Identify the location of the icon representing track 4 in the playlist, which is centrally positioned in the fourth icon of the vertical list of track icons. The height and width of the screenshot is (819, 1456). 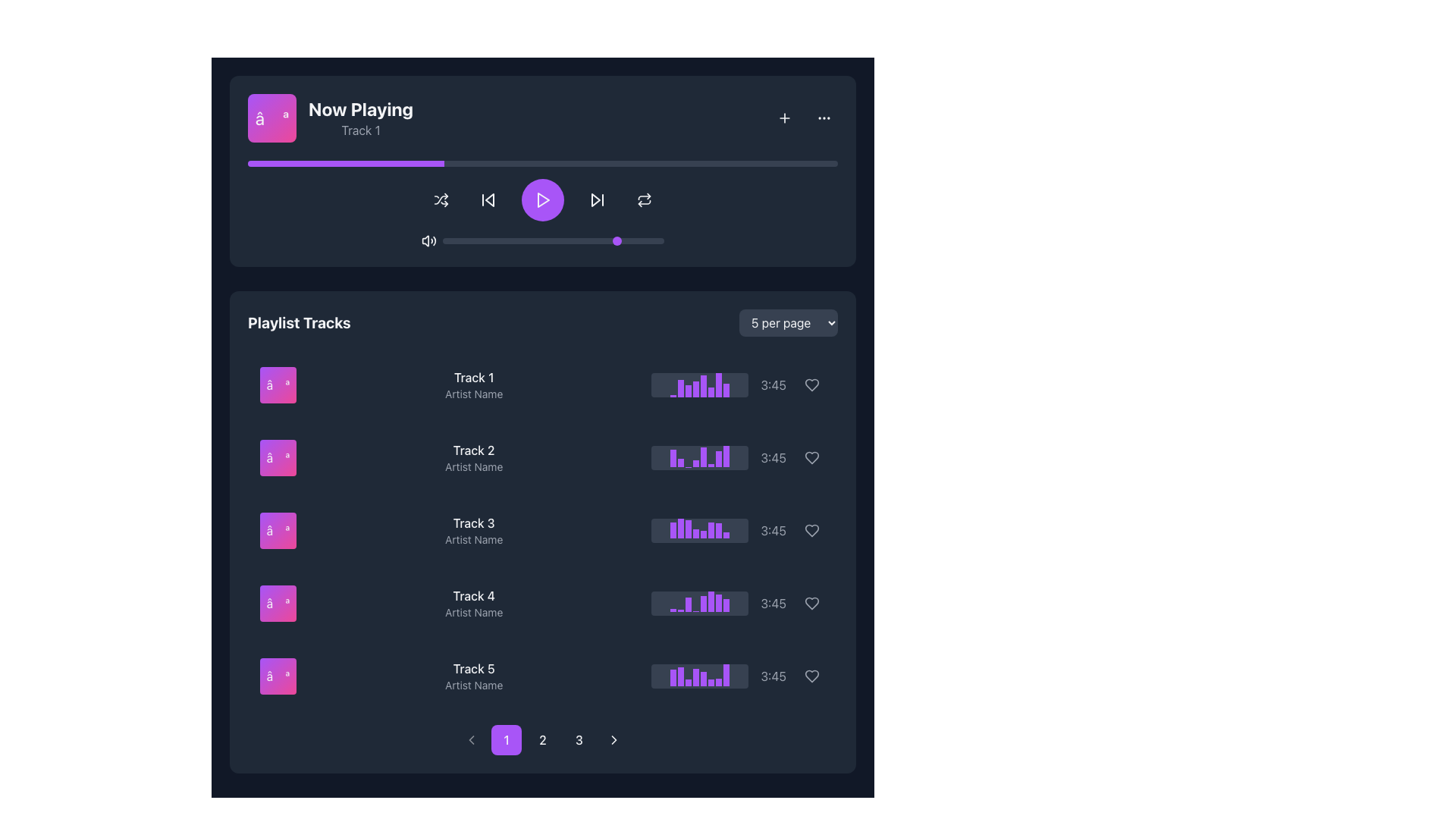
(278, 602).